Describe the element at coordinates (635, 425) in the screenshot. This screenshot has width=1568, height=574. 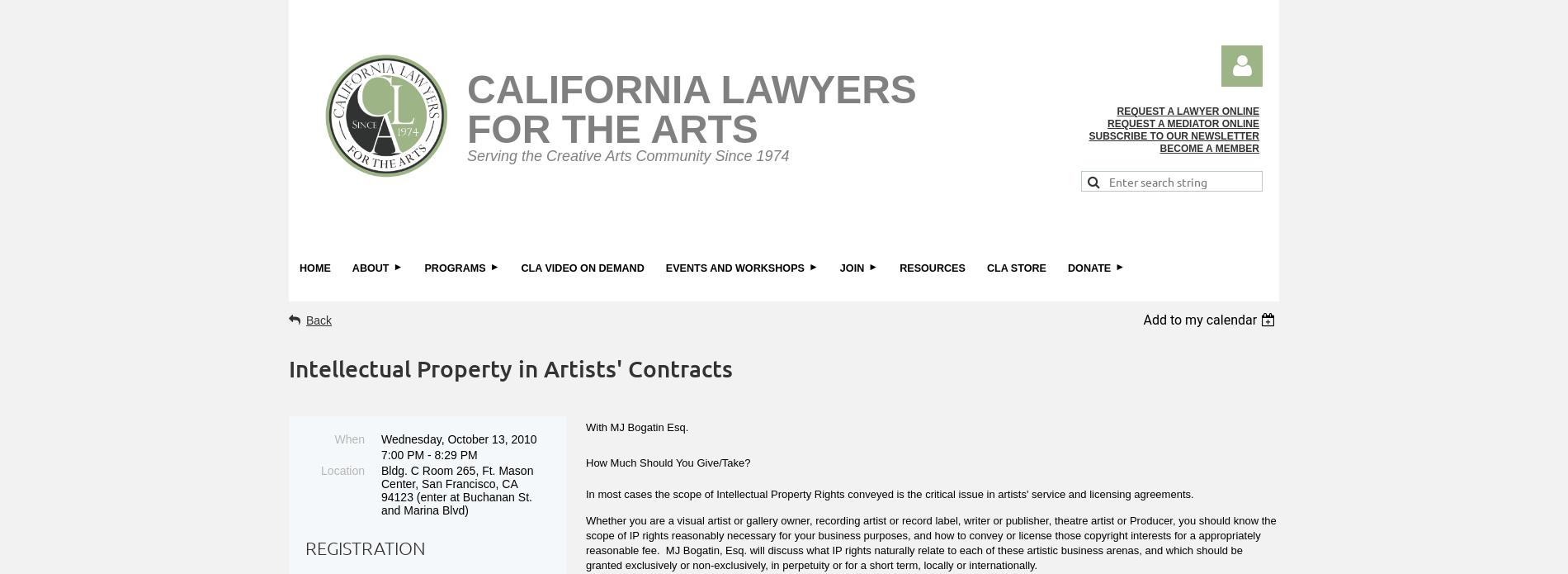
I see `'With MJ Bogatin Esq.'` at that location.